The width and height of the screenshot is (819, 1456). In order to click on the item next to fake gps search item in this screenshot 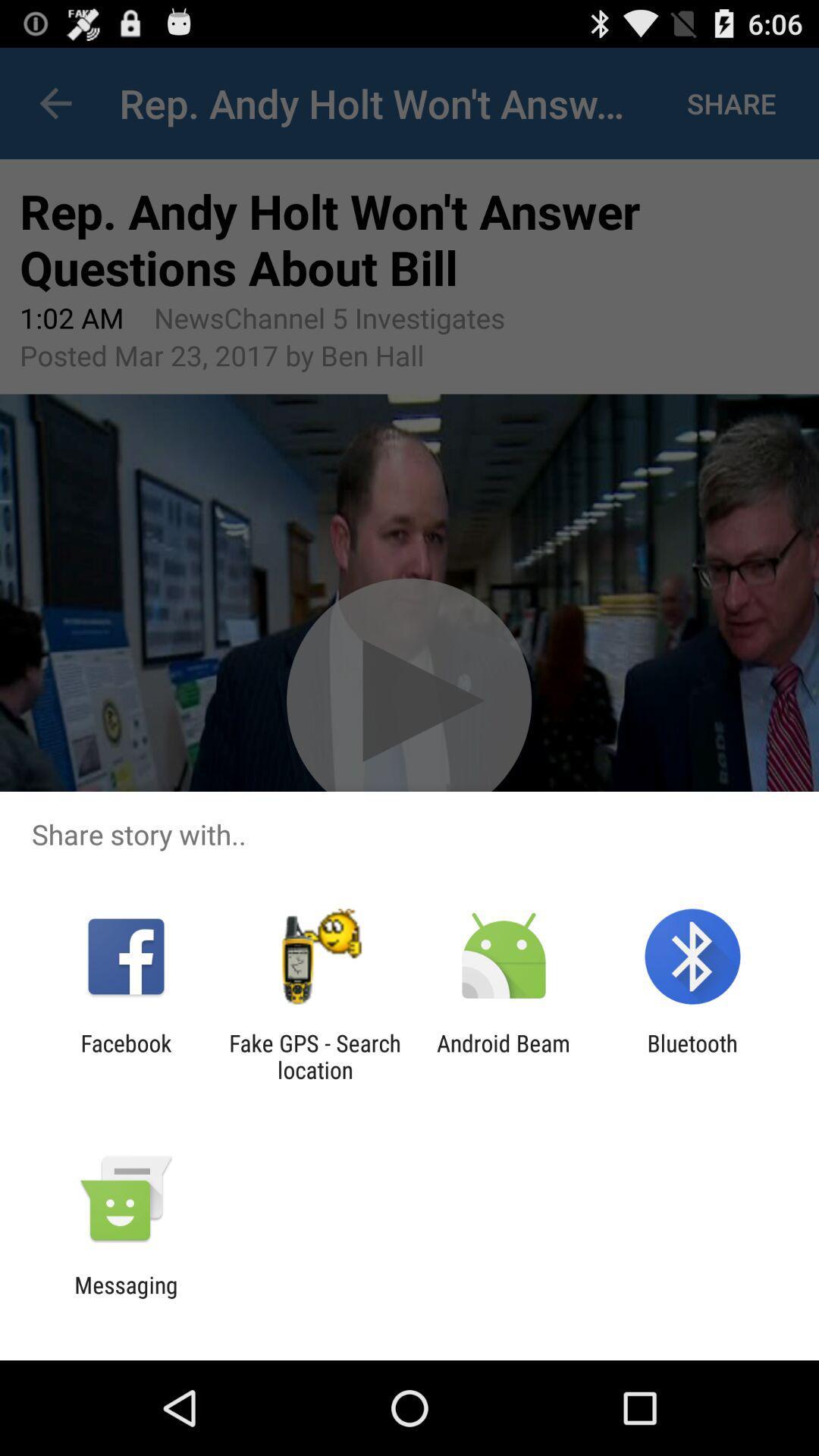, I will do `click(504, 1056)`.